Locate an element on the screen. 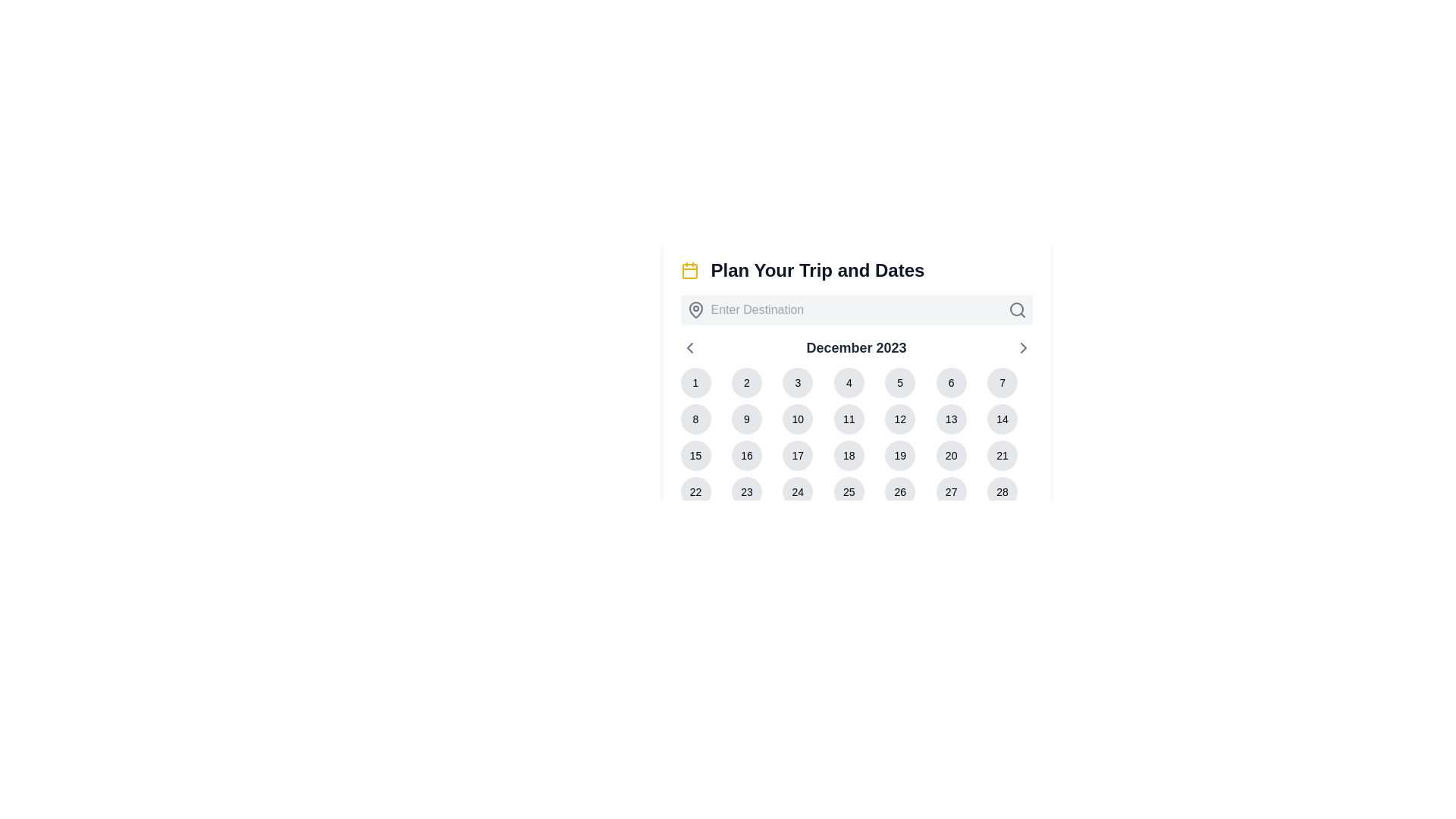 The image size is (1456, 819). the calendar month in the interactive Calendrical date selection grid titled 'Plan Your Trip and Dates' located in the modal is located at coordinates (856, 441).